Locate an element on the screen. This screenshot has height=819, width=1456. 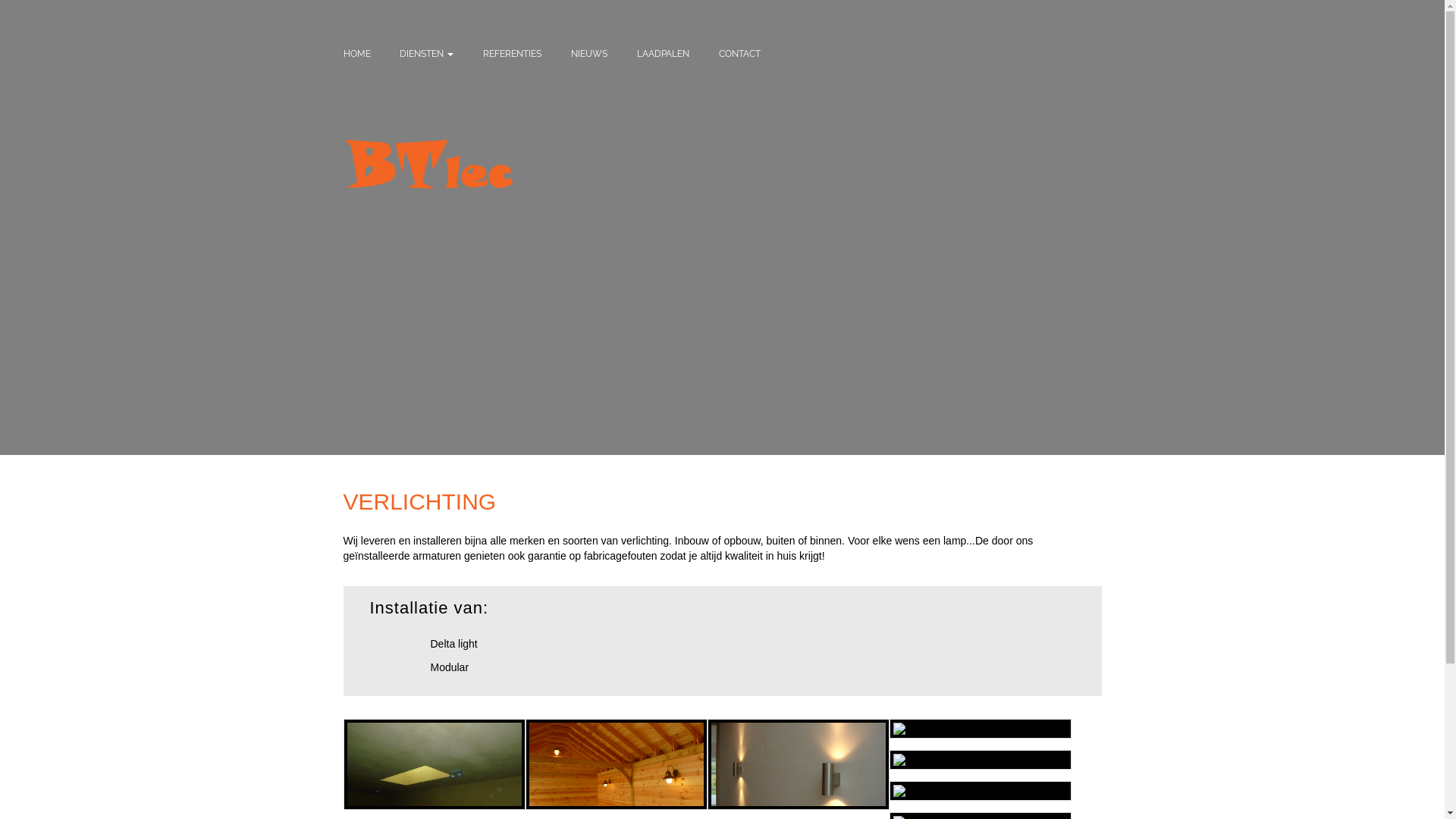
'Modular' is located at coordinates (428, 666).